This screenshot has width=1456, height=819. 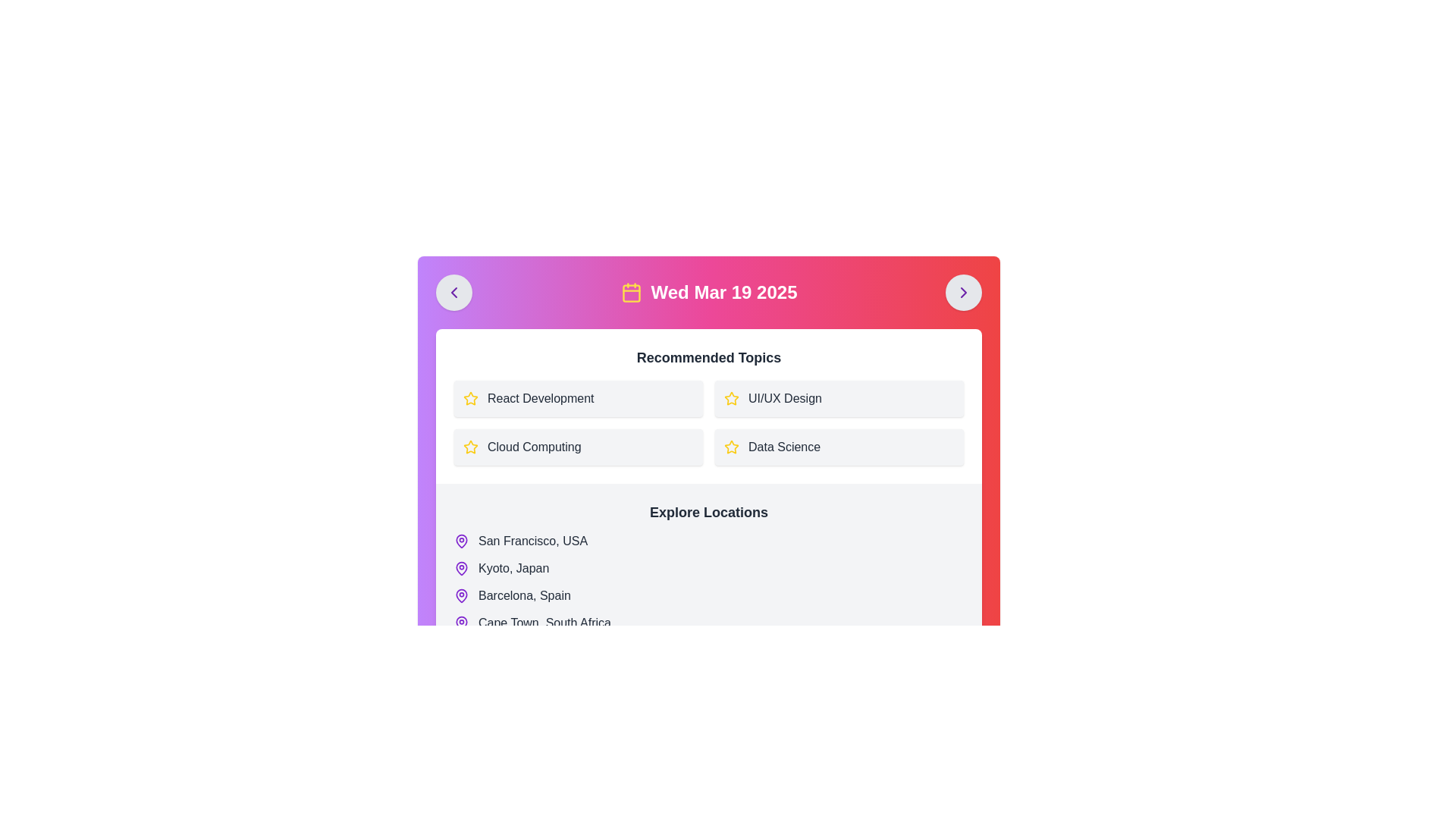 I want to click on the text label displaying 'Data Science', so click(x=784, y=447).